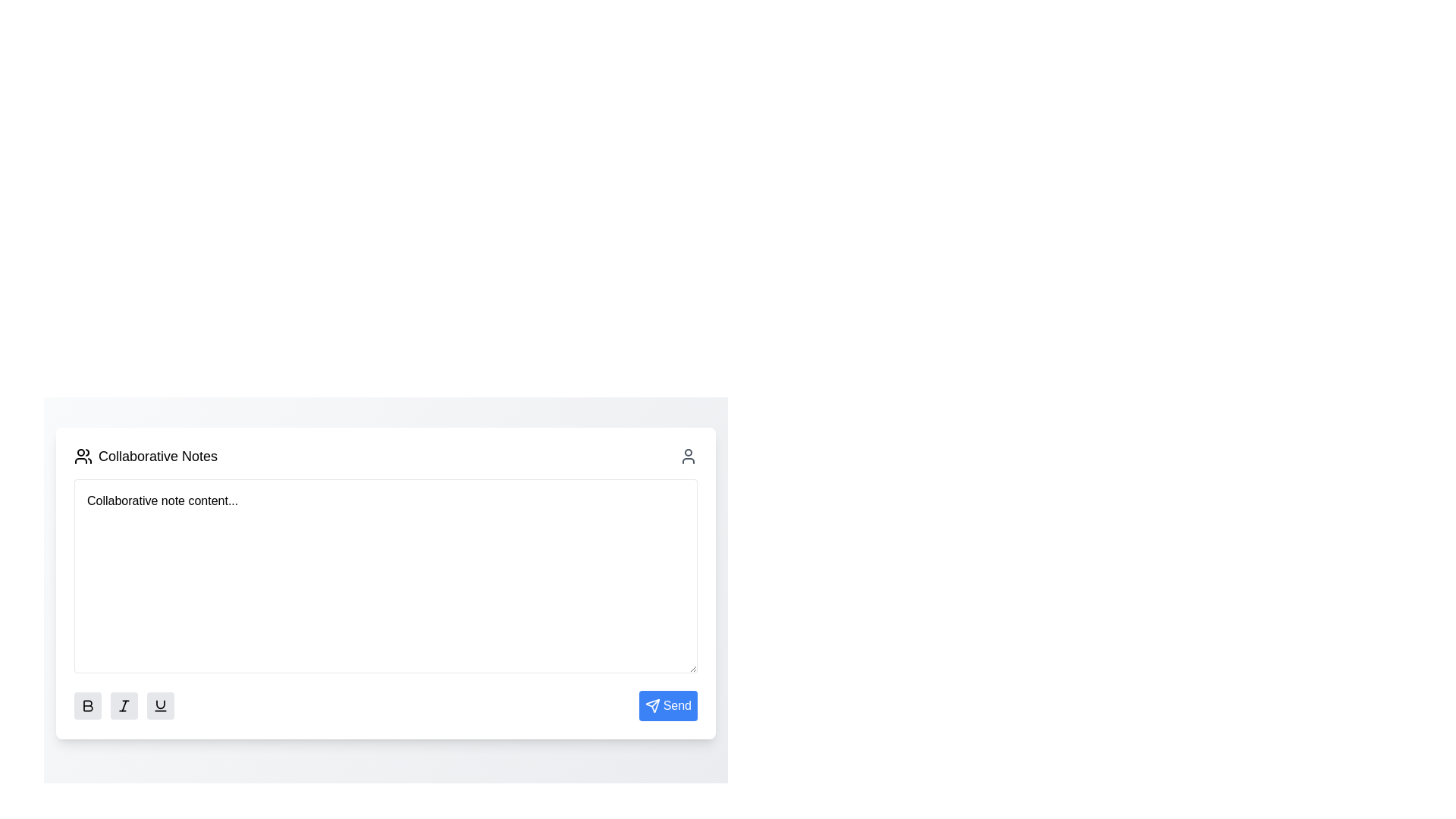 This screenshot has height=819, width=1456. Describe the element at coordinates (667, 705) in the screenshot. I see `the blue button with white text 'Send' that has a paper plane icon` at that location.